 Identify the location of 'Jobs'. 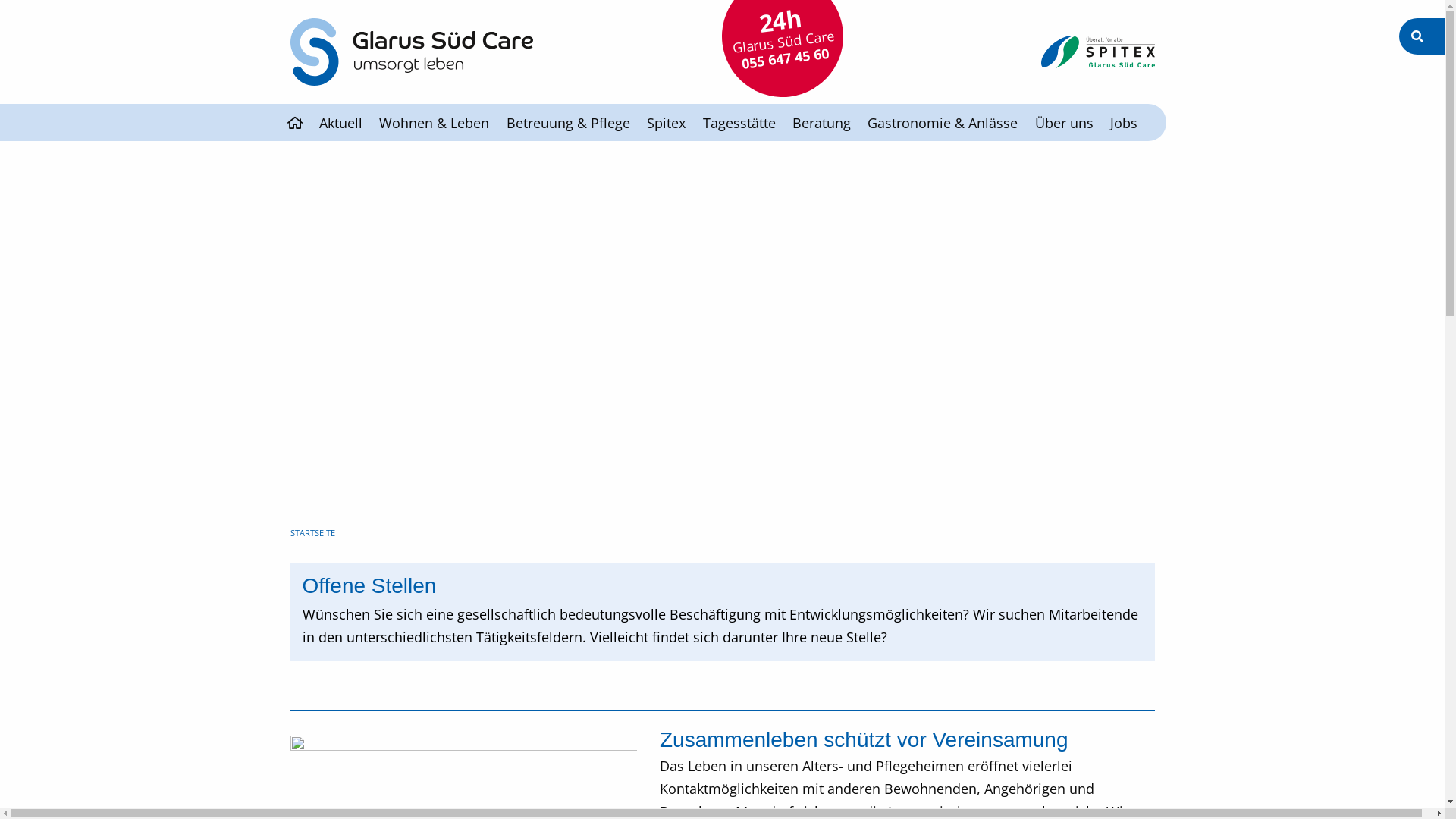
(1124, 121).